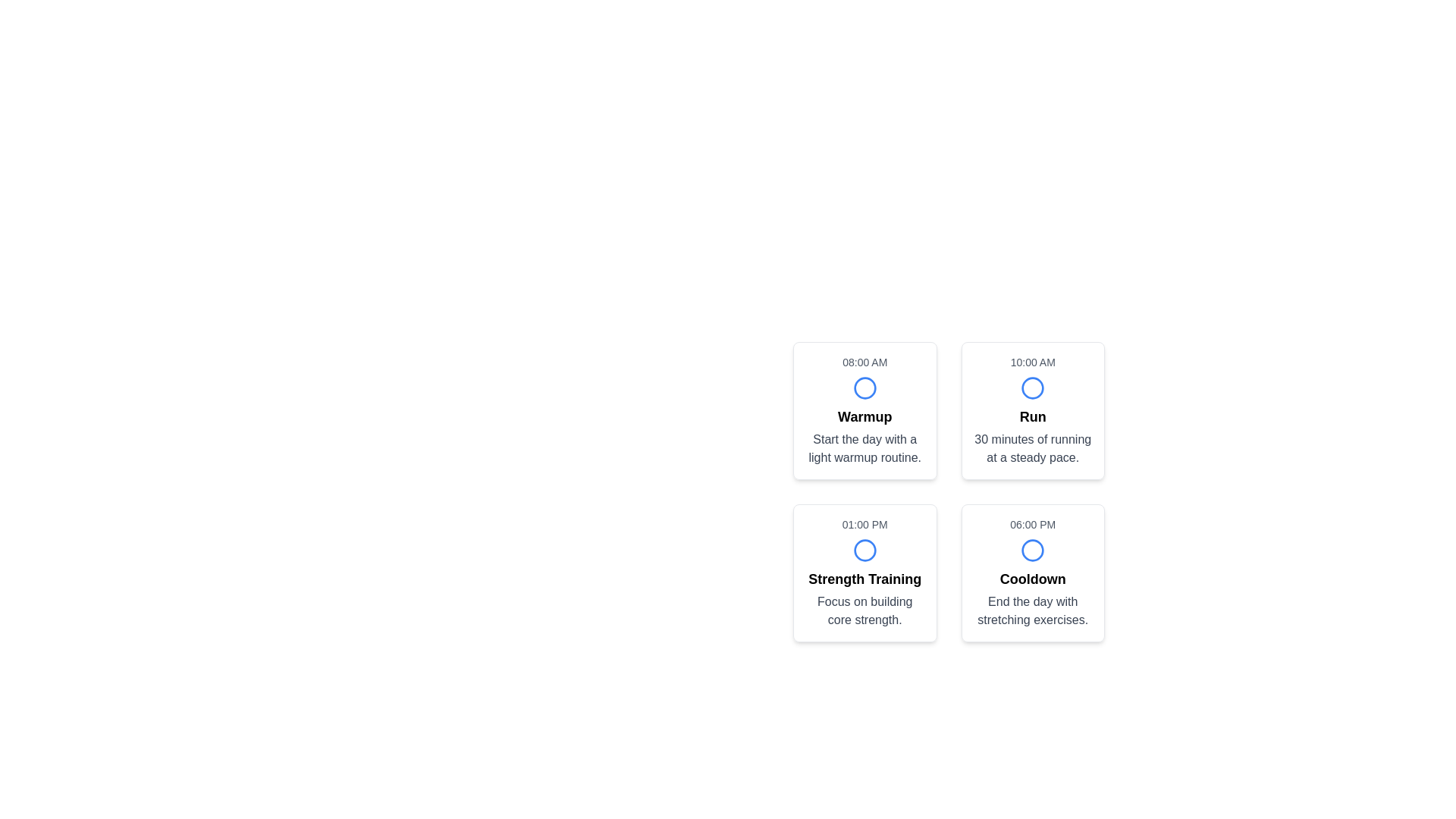  I want to click on the informational text label that displays the time associated with the 'Run' activity, located at the top of the second card in a grid layout of four cards, so click(1032, 362).